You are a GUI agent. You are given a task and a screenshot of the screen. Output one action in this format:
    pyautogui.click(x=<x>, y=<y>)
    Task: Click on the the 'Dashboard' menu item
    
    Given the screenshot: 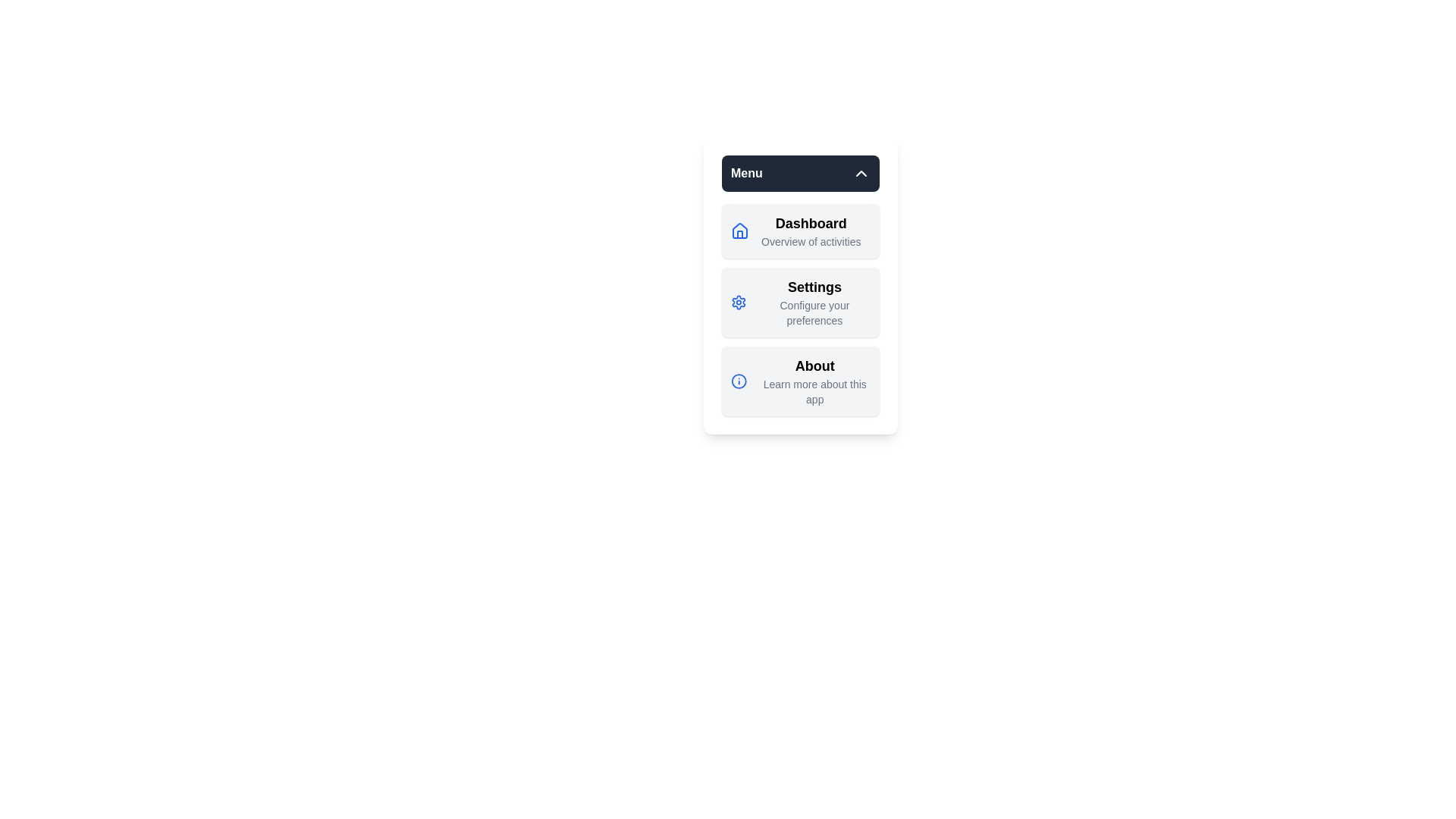 What is the action you would take?
    pyautogui.click(x=810, y=223)
    